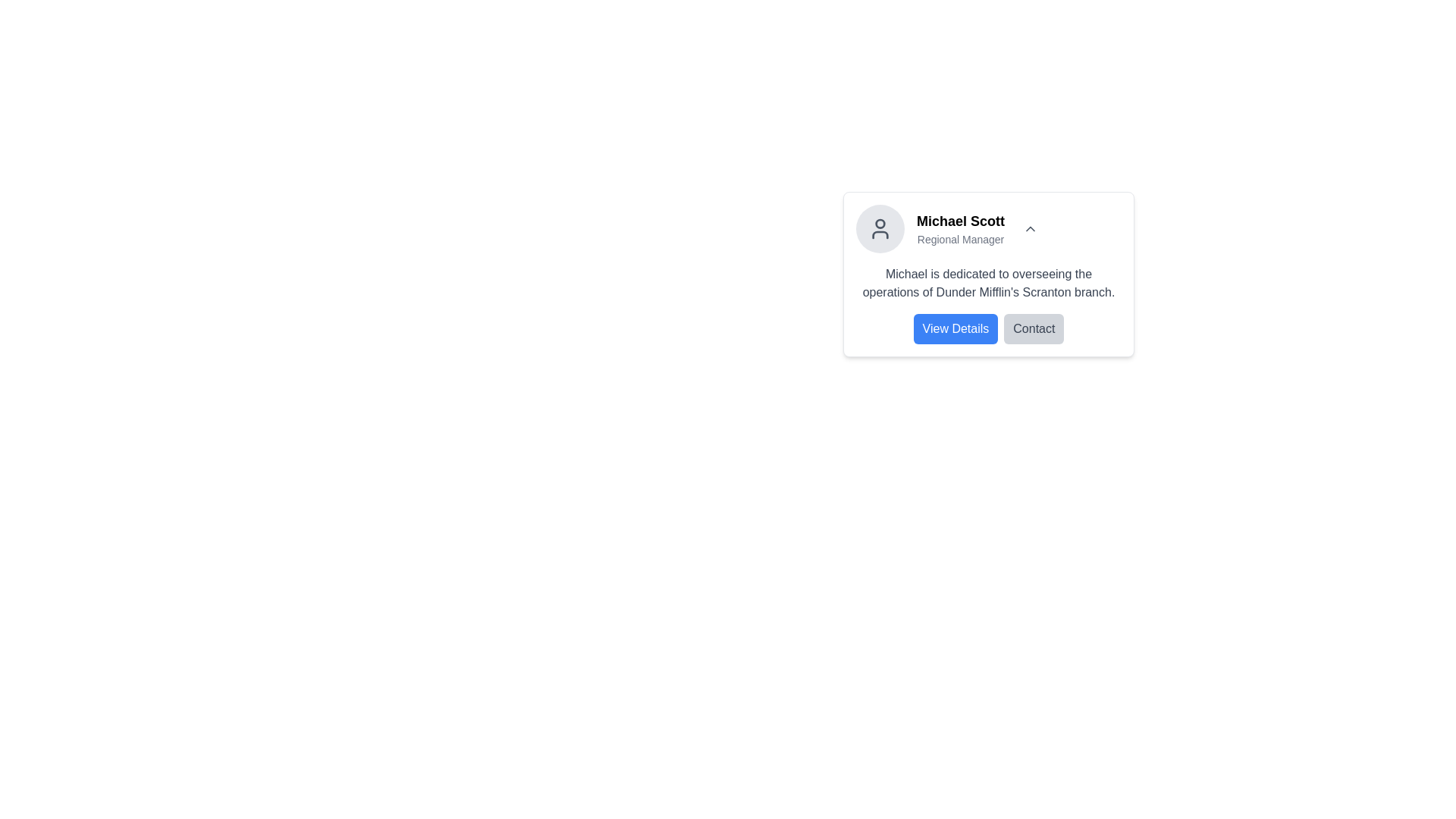  I want to click on the user icon, which is a dark gray profile figure in an outline format, located centrally within a light gray circular background on the profile card interface, so click(880, 228).